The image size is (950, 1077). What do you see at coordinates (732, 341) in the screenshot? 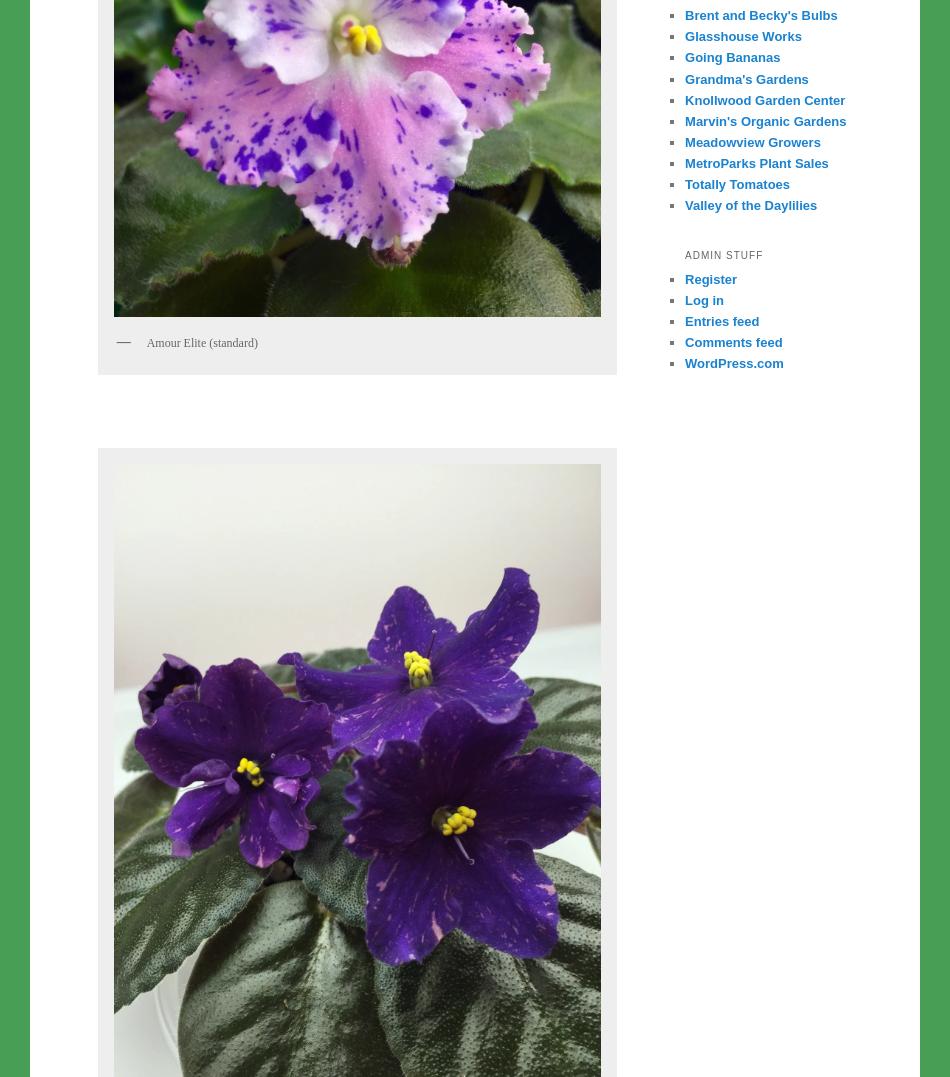
I see `'Comments feed'` at bounding box center [732, 341].